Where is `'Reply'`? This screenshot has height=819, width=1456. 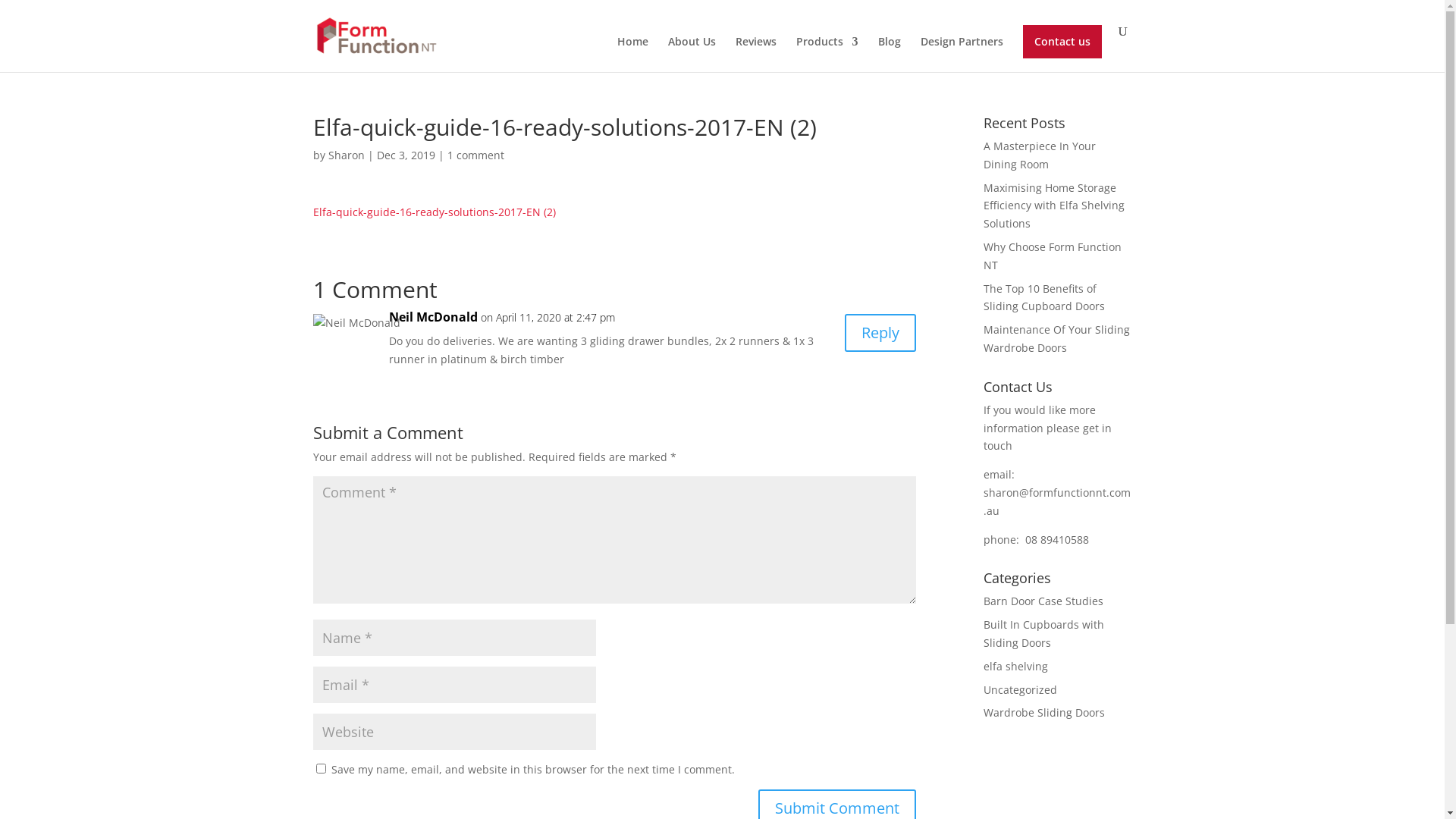
'Reply' is located at coordinates (880, 332).